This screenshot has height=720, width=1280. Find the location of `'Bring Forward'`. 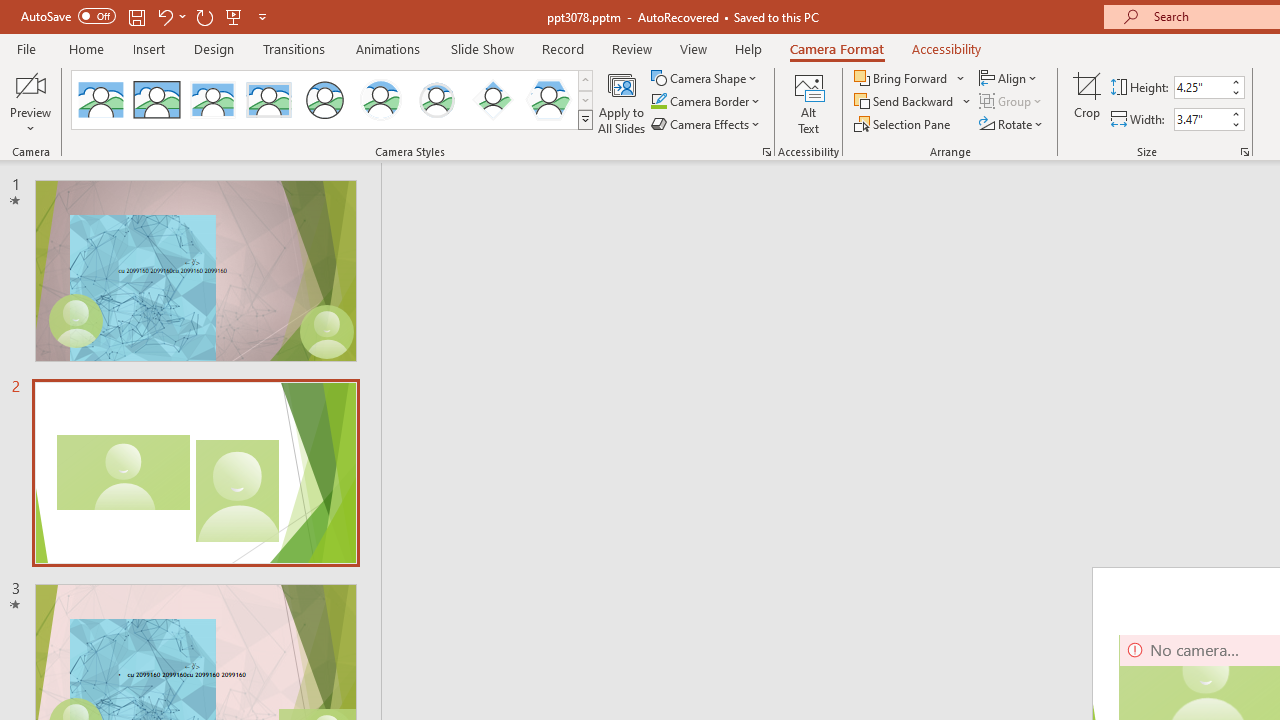

'Bring Forward' is located at coordinates (909, 77).